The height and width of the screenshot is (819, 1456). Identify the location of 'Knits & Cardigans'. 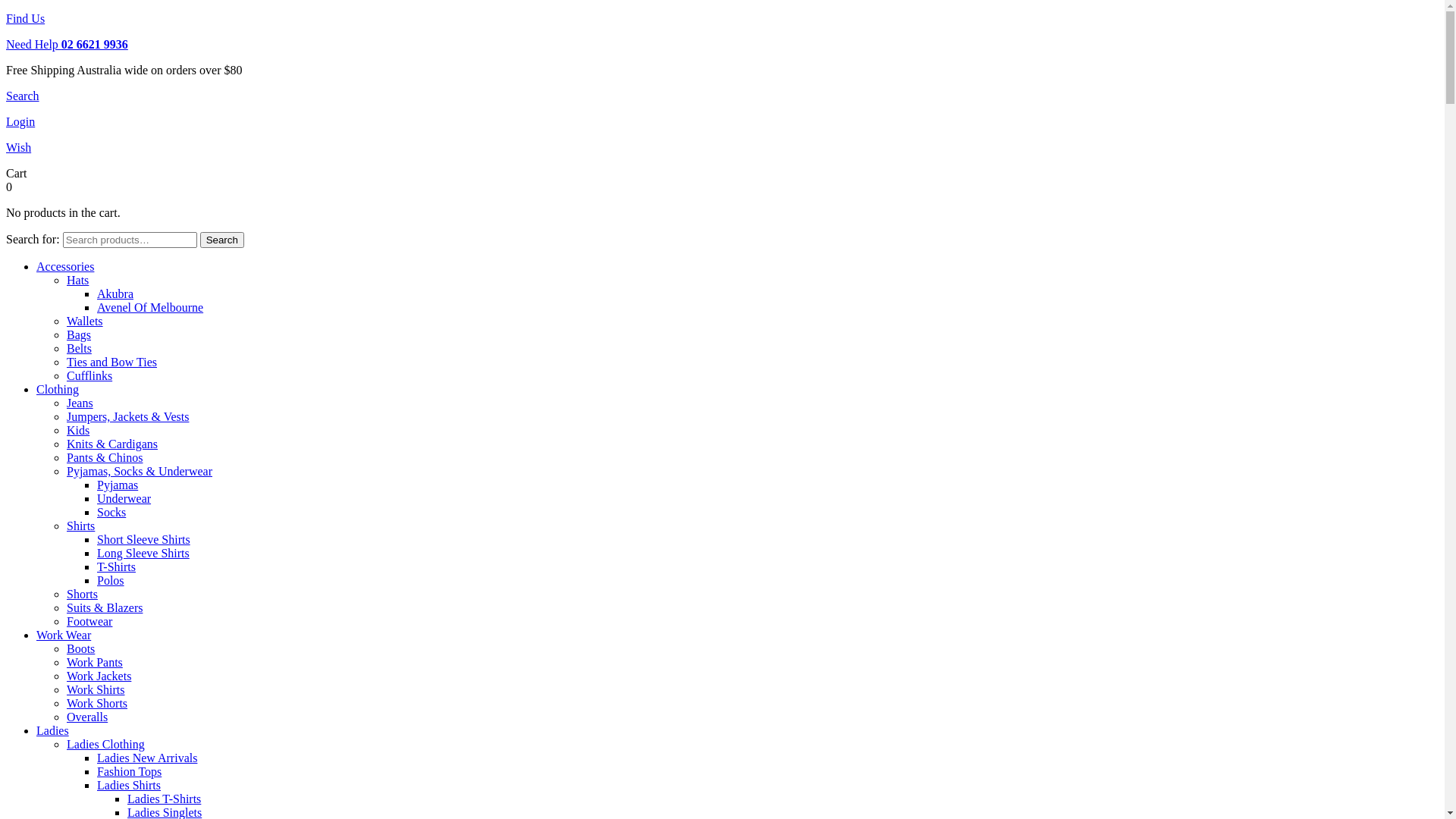
(111, 444).